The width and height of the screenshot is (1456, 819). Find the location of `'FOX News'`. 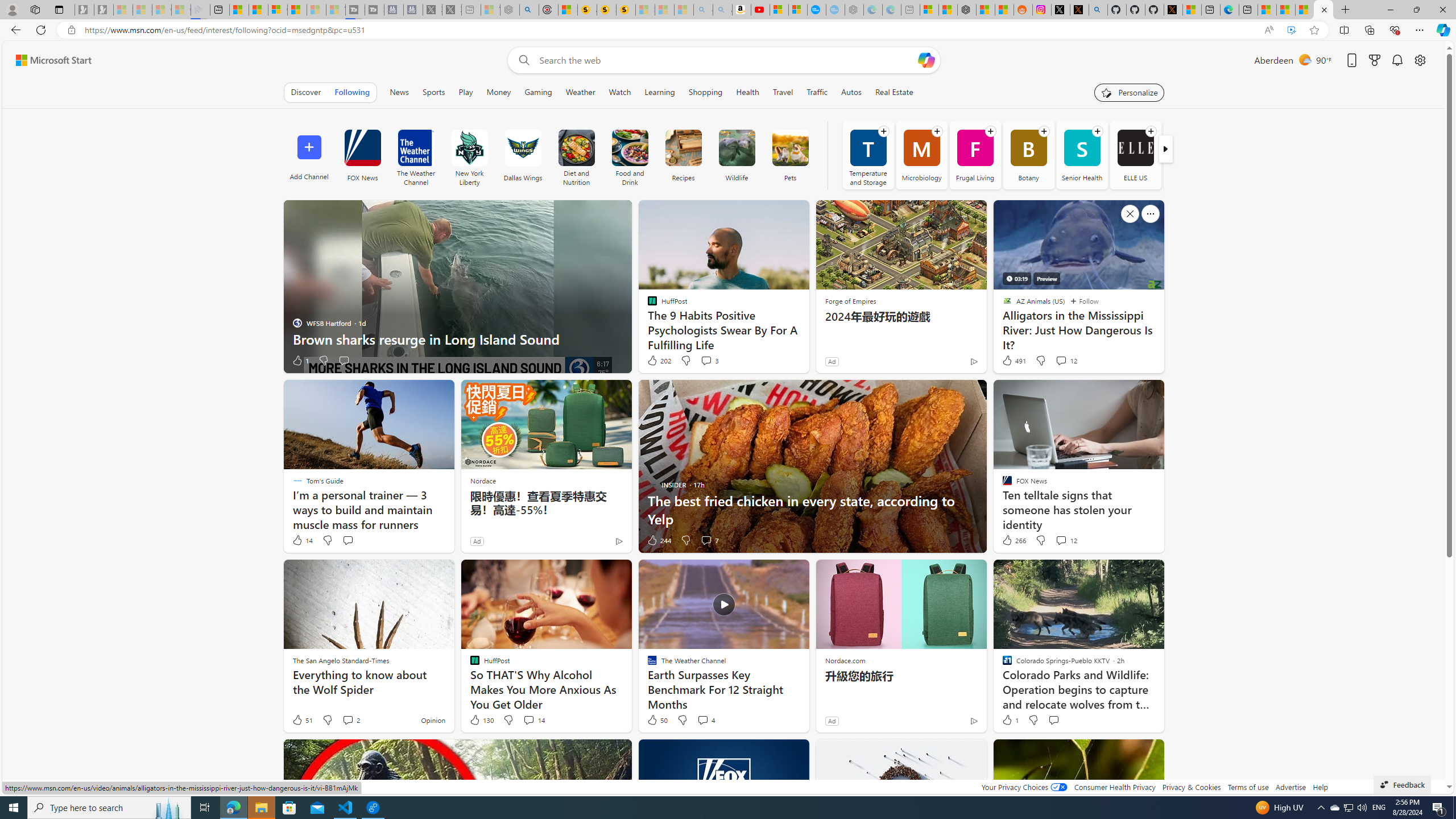

'FOX News' is located at coordinates (362, 154).